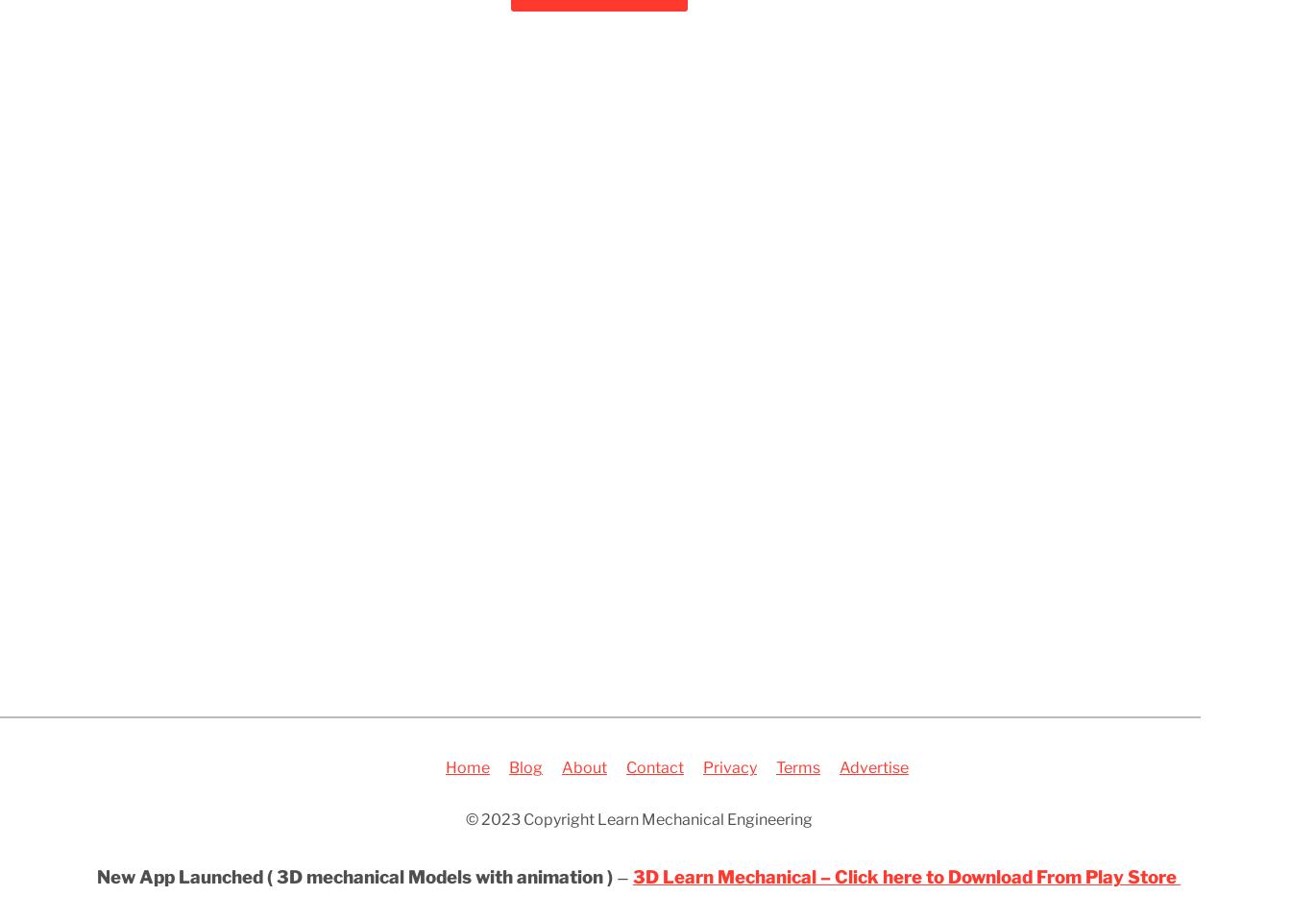 The height and width of the screenshot is (920, 1316). I want to click on '© 2023 Copyright Learn Mechanical Engineering', so click(637, 818).